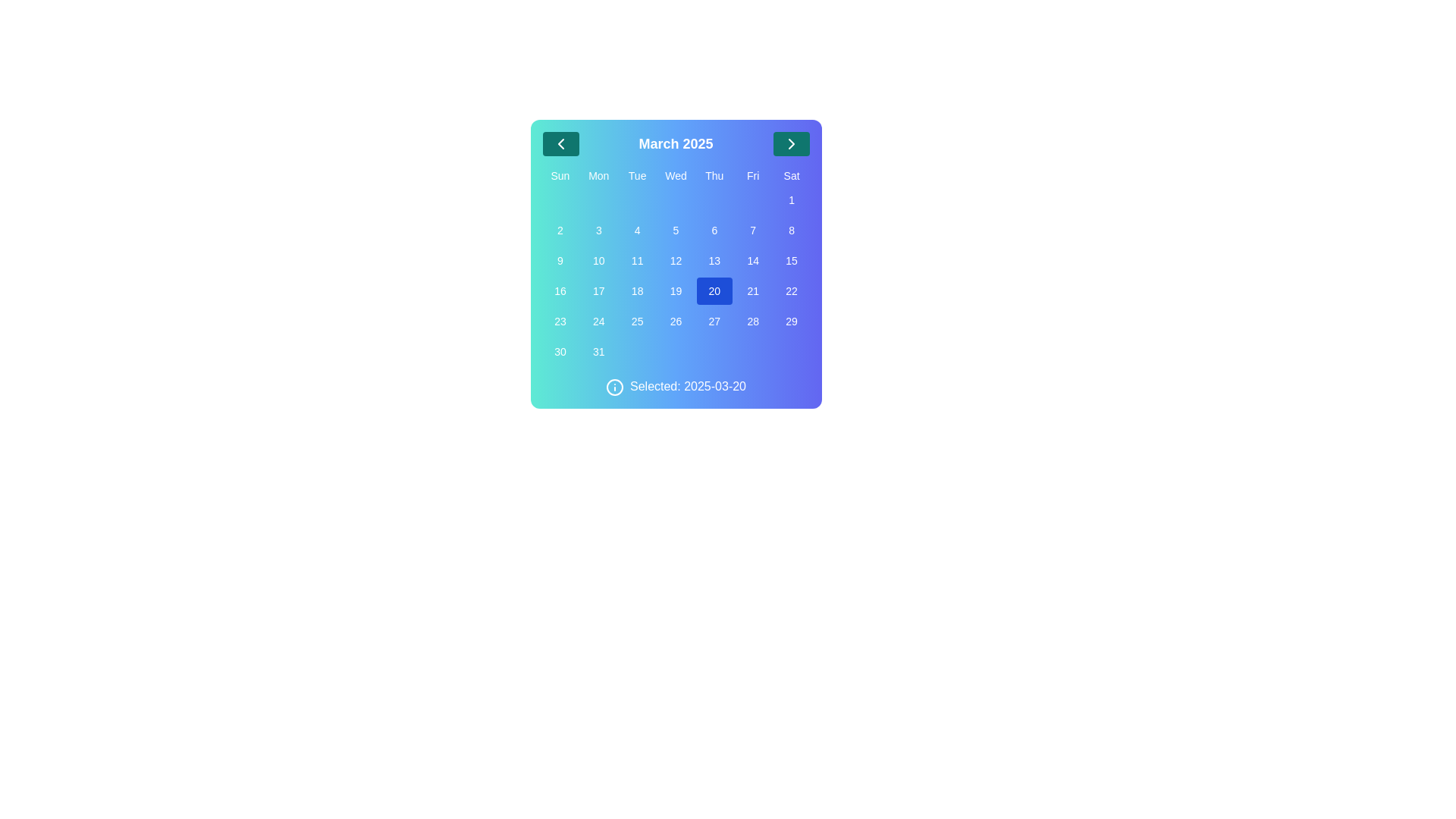 This screenshot has height=819, width=1456. What do you see at coordinates (790, 143) in the screenshot?
I see `the white chevron icon within the dark green circular button located on the right side of the header displaying 'March 2025'` at bounding box center [790, 143].